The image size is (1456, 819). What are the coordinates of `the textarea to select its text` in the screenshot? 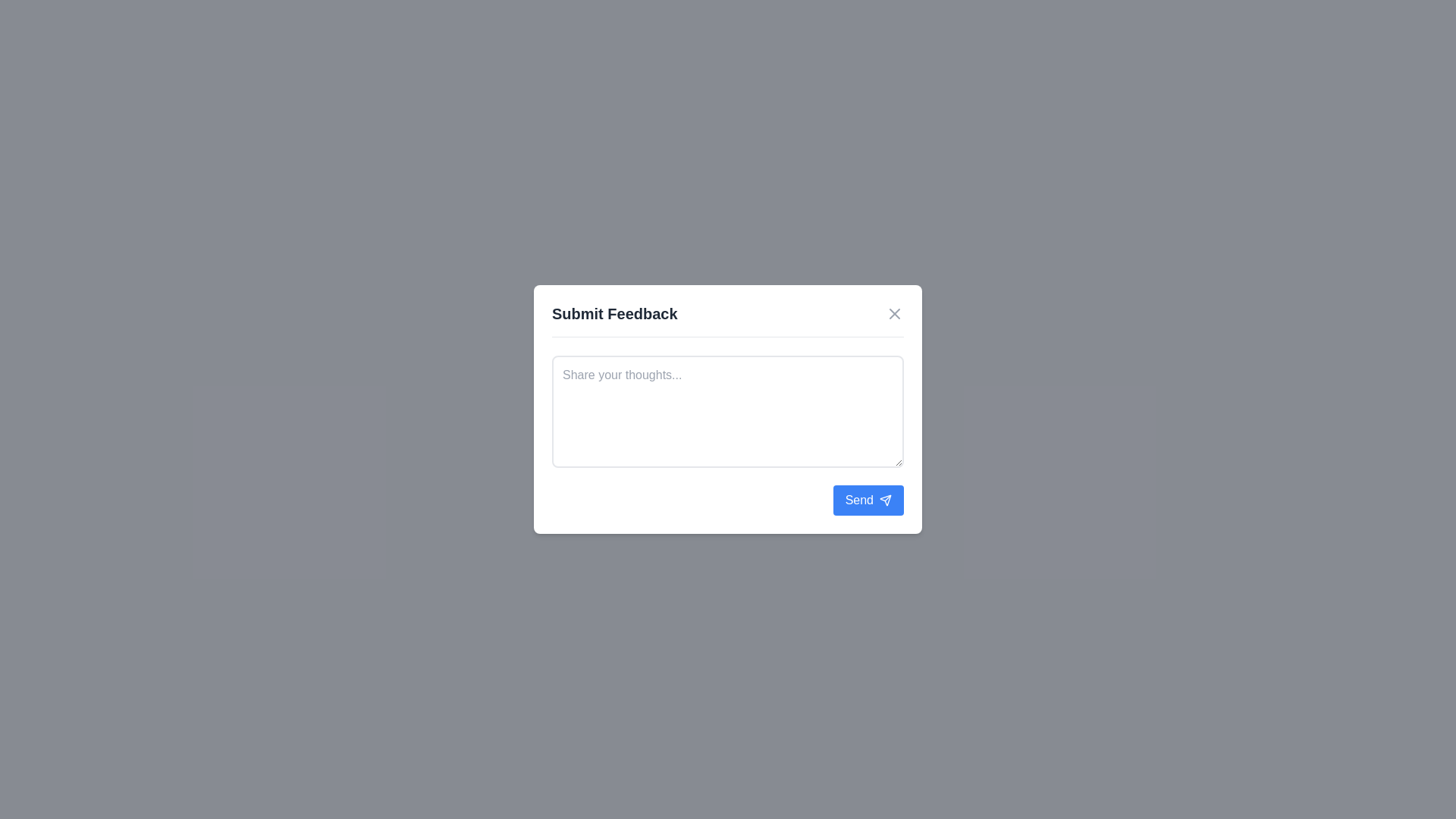 It's located at (728, 412).